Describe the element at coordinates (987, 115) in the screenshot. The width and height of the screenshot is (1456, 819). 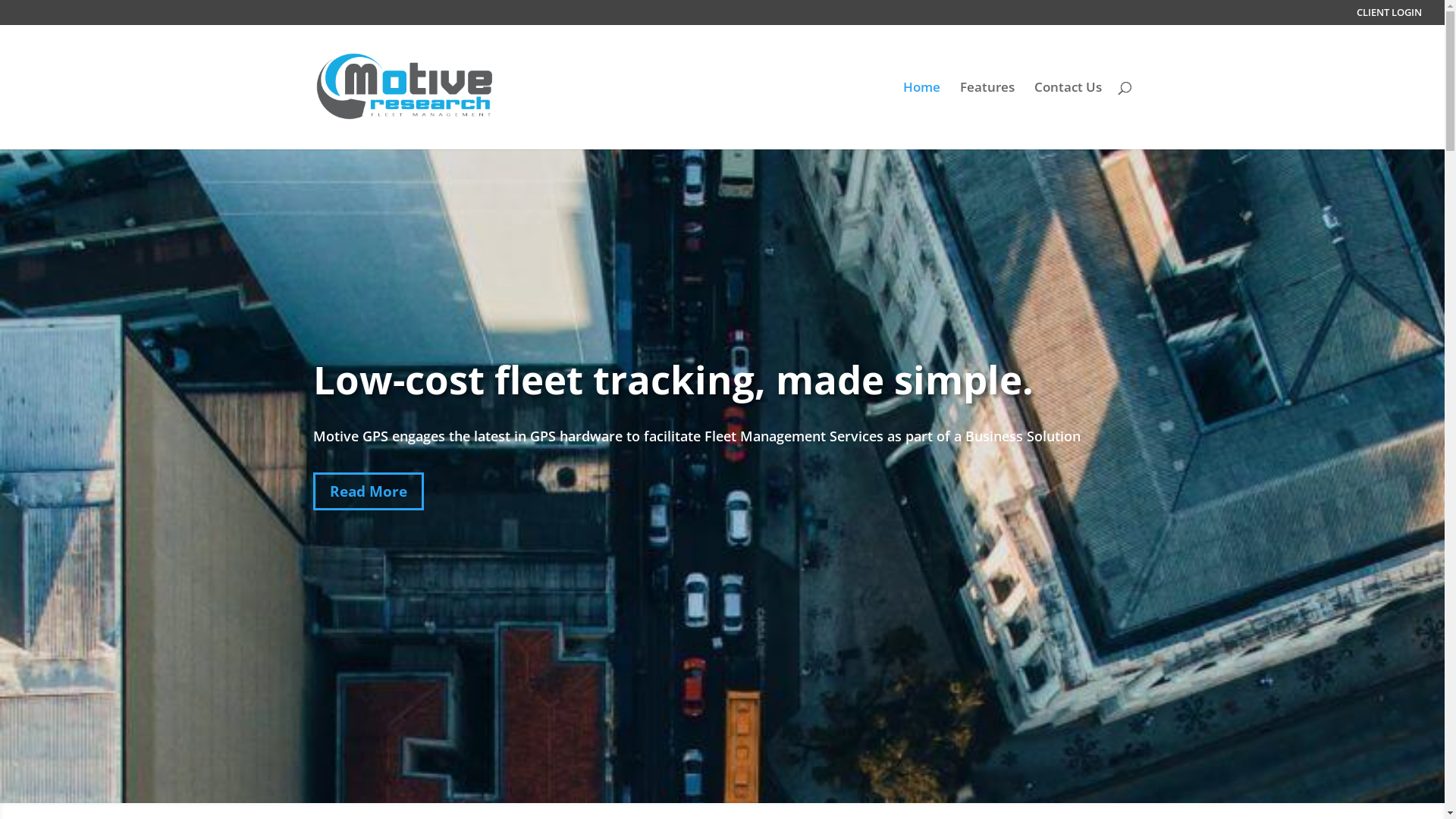
I see `'Features'` at that location.